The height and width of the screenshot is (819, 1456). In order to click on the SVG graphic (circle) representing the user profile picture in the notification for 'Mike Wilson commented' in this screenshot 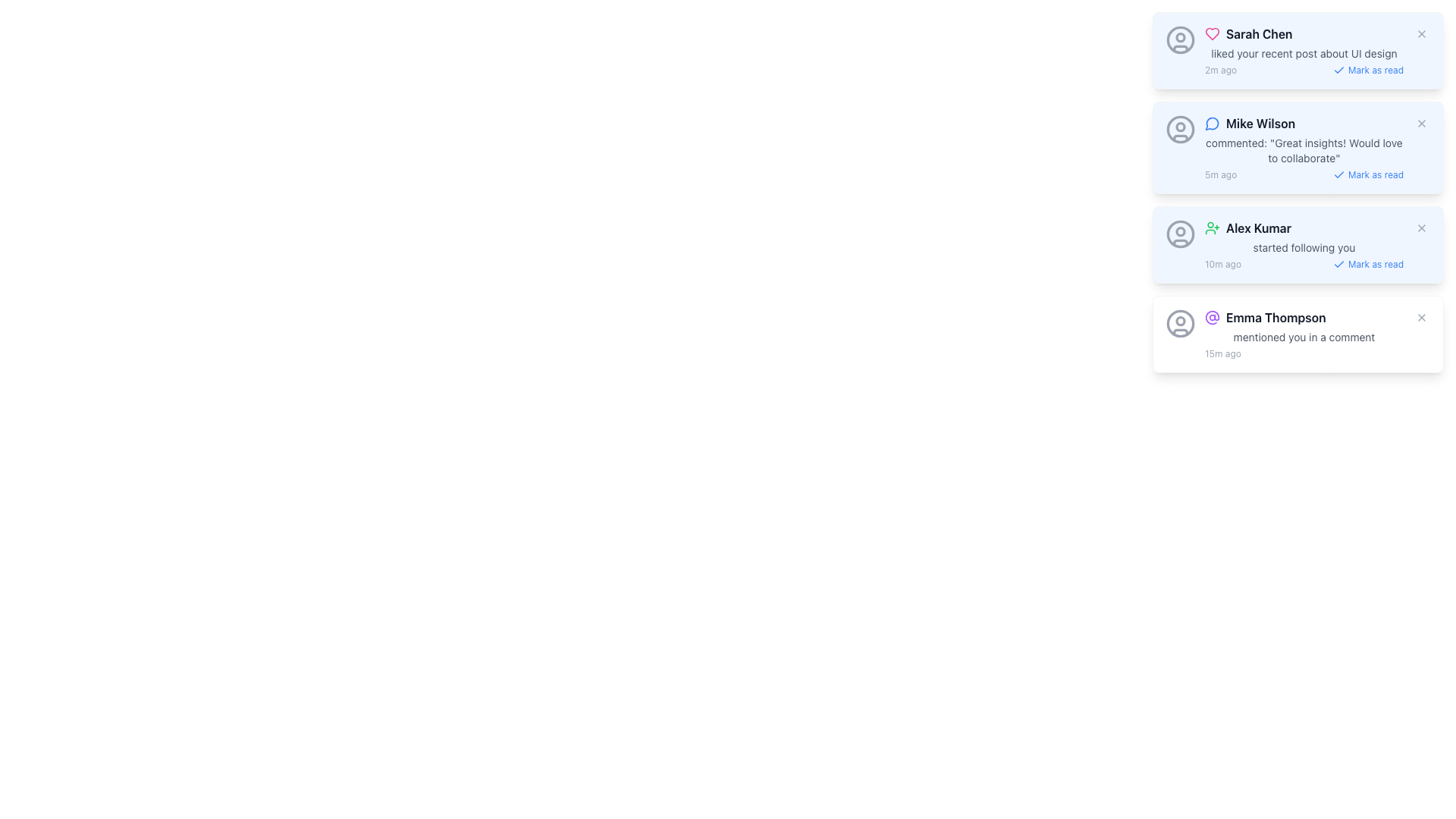, I will do `click(1179, 125)`.